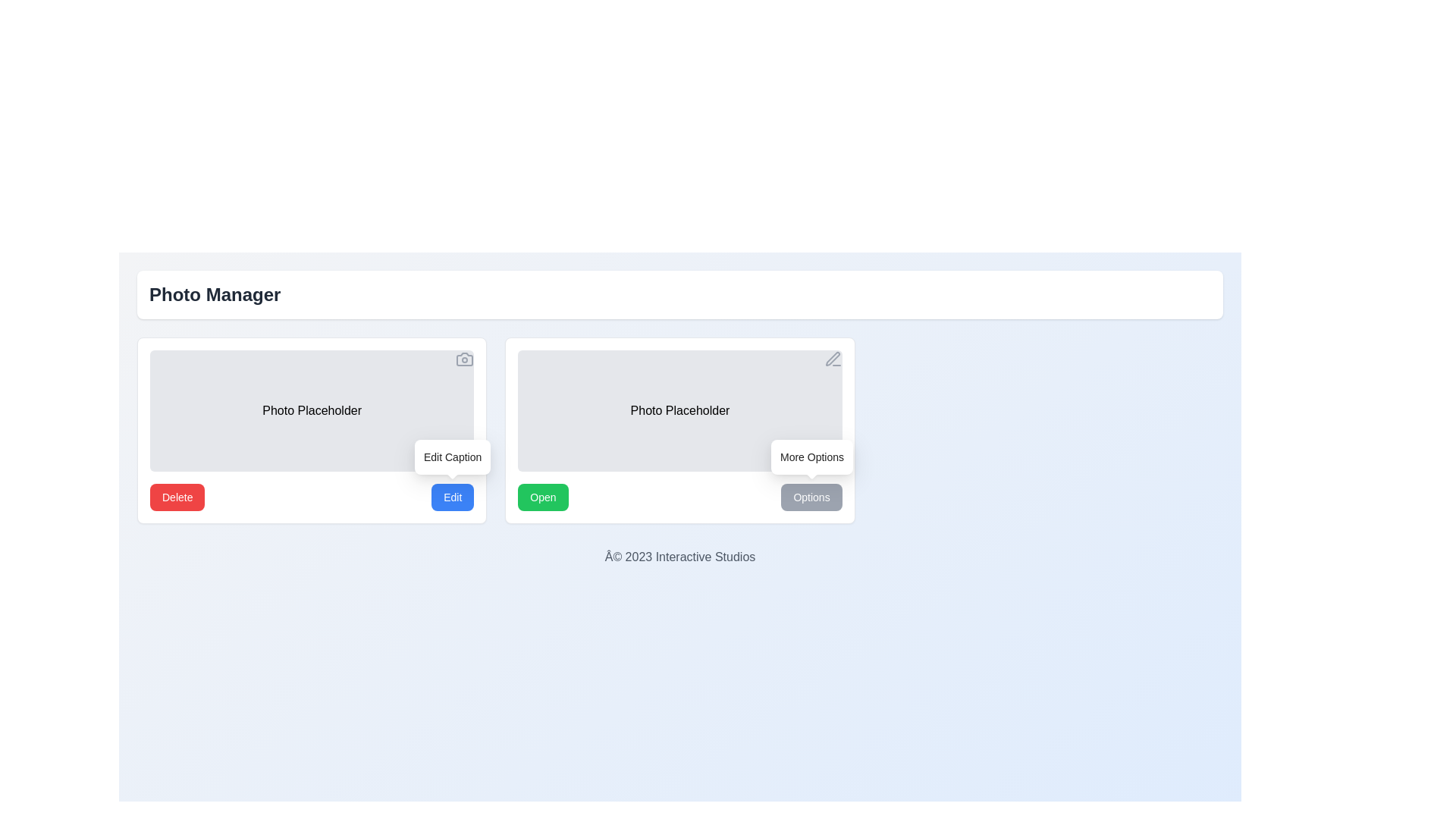 This screenshot has height=819, width=1456. I want to click on the small pen icon button located in the upper-right corner of the photo placeholder area, so click(832, 359).